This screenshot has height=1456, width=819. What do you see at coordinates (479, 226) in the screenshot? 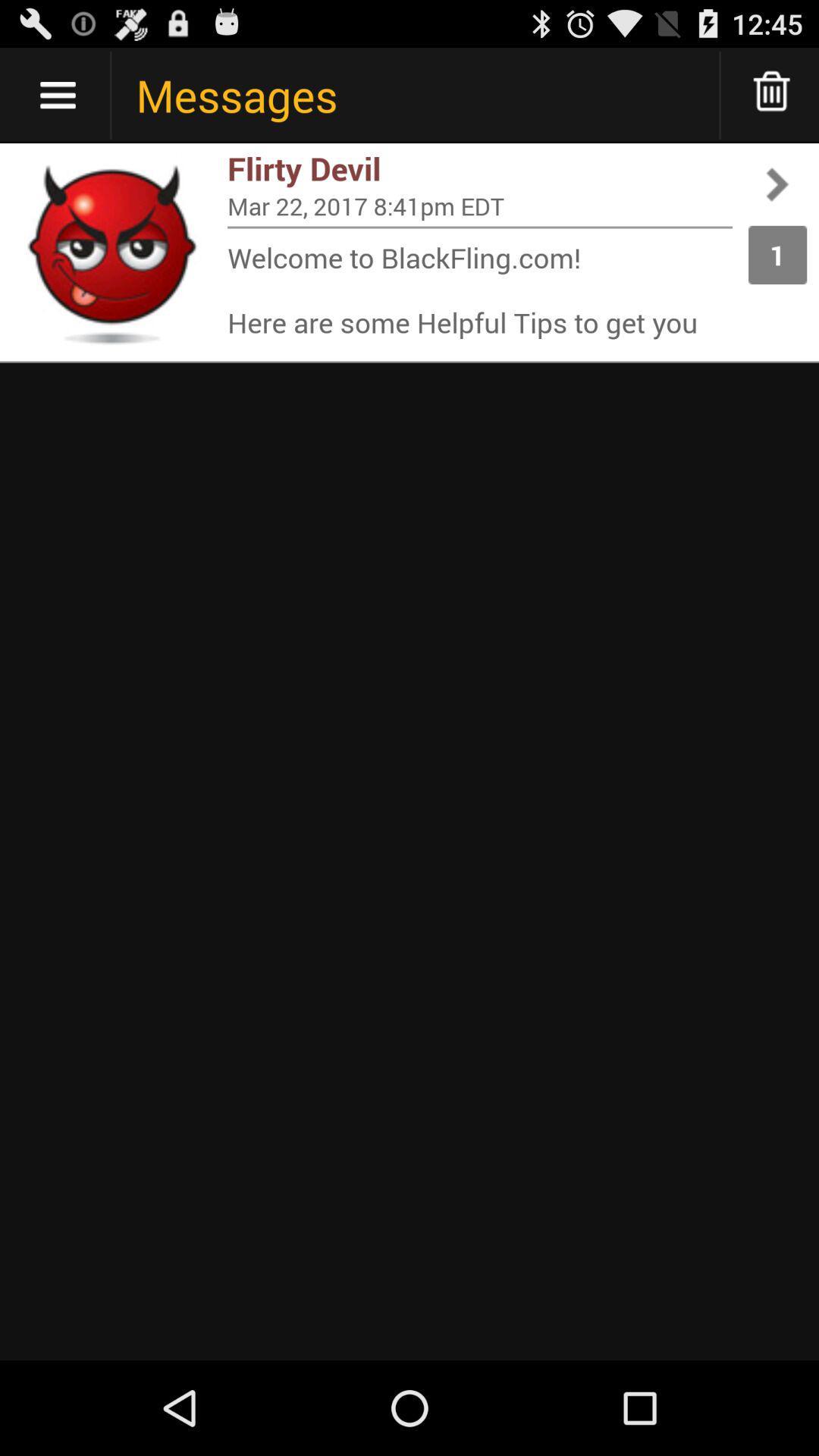
I see `the app below the mar 22 2017 icon` at bounding box center [479, 226].